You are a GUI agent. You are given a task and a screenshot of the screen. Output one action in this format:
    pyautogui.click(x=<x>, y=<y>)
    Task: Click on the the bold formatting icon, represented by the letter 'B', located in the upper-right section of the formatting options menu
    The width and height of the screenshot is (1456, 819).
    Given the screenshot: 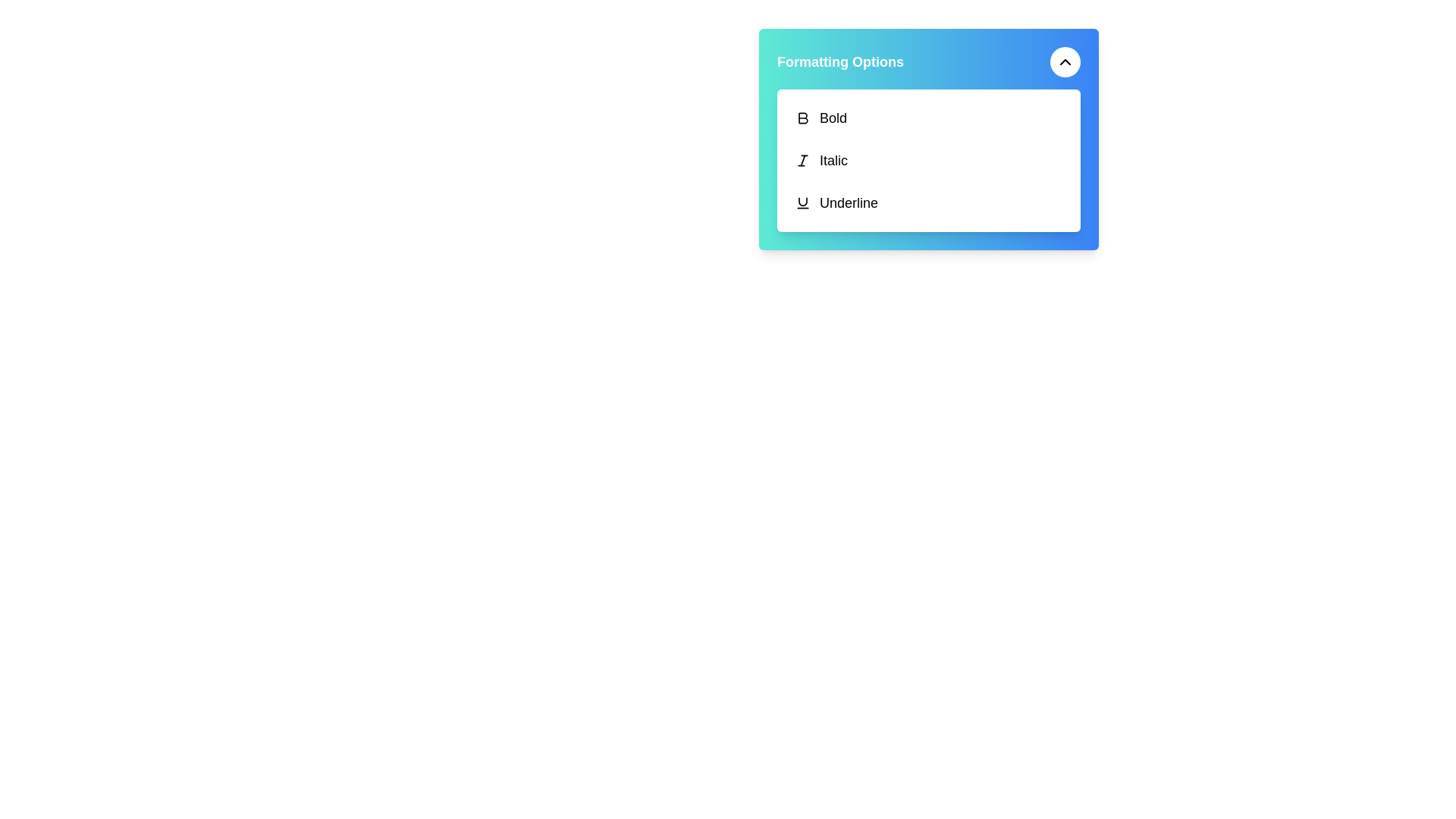 What is the action you would take?
    pyautogui.click(x=802, y=117)
    